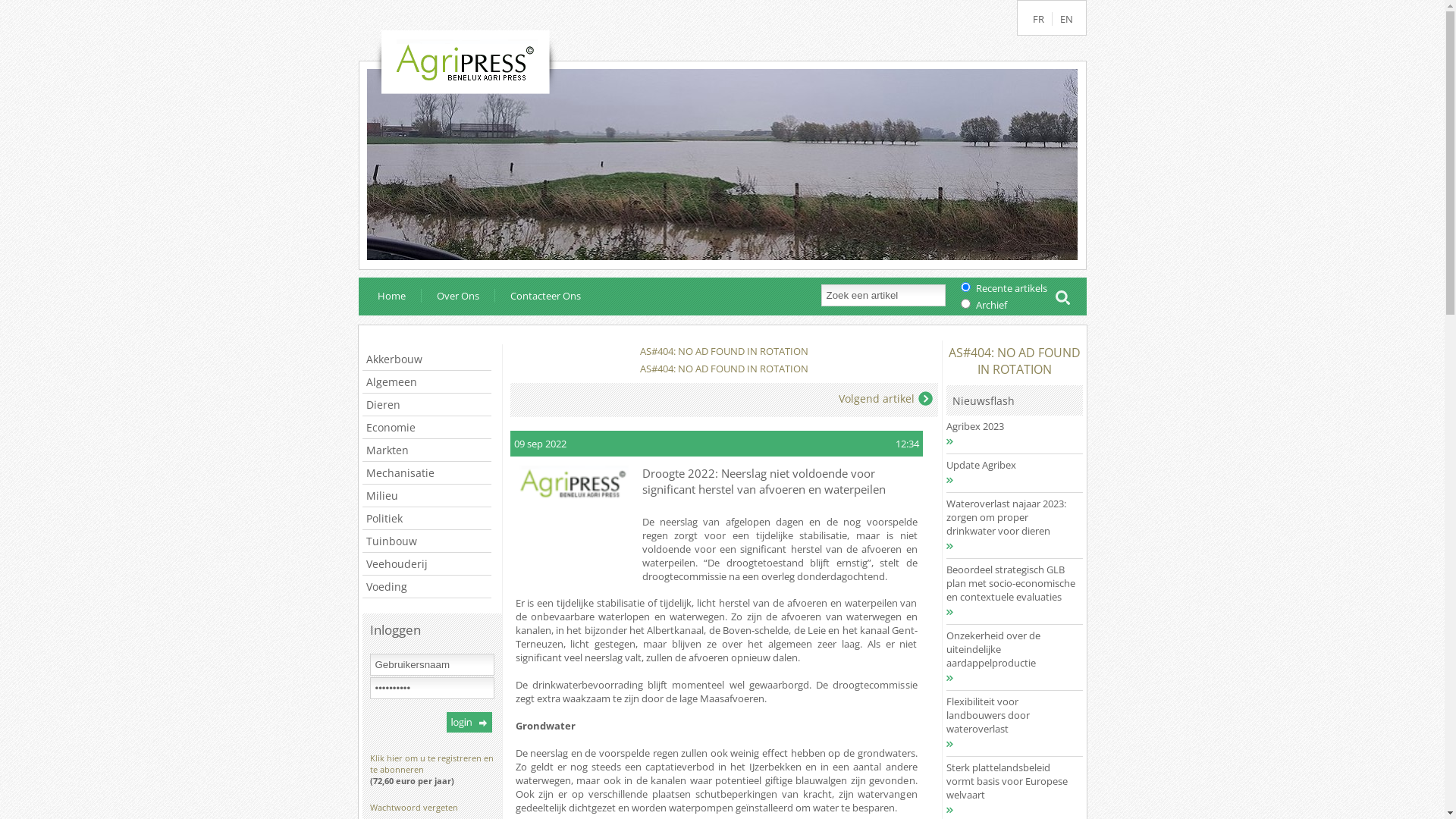  What do you see at coordinates (362, 472) in the screenshot?
I see `'Mechanisatie'` at bounding box center [362, 472].